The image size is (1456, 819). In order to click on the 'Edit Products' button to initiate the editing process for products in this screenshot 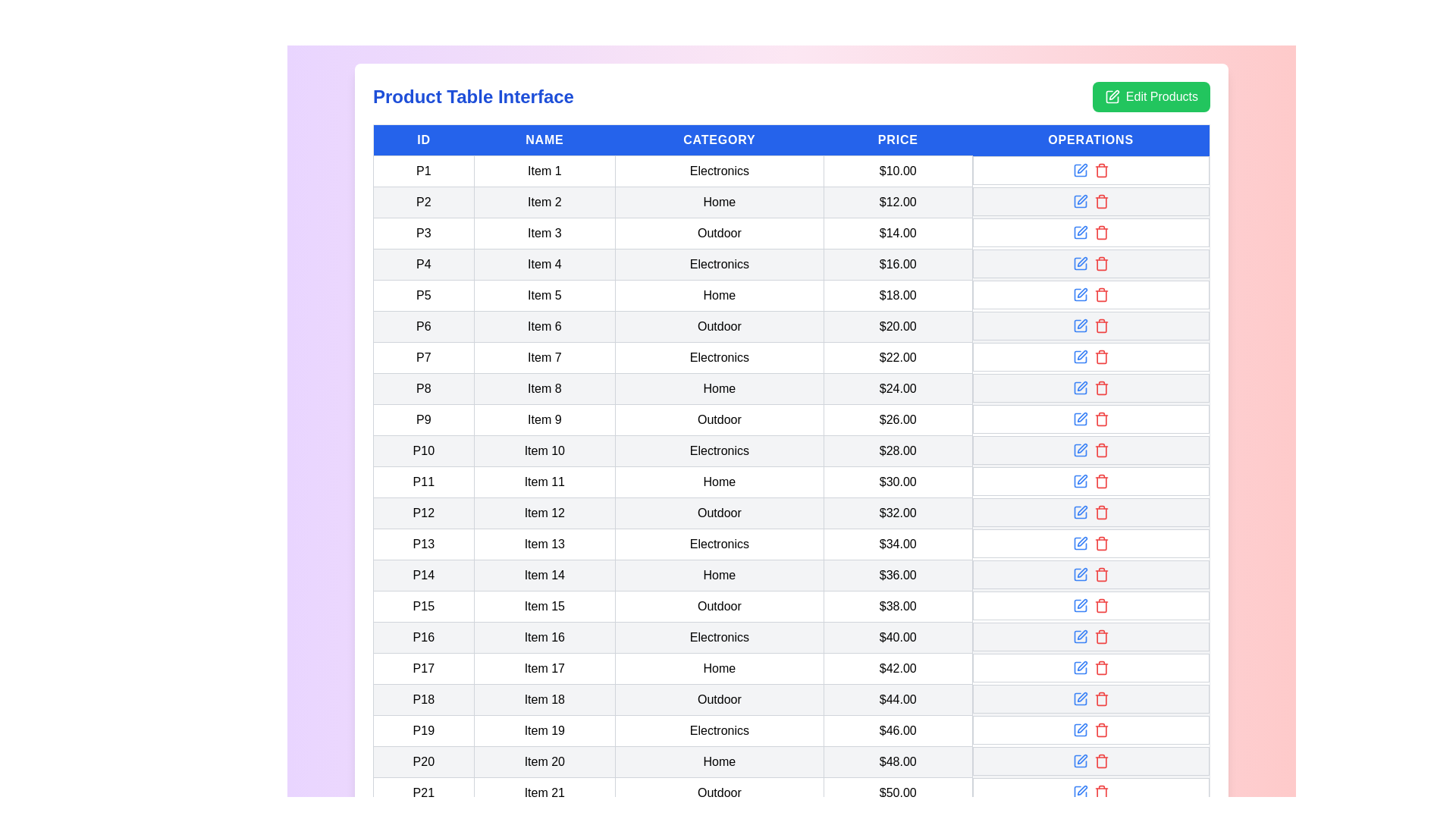, I will do `click(1150, 96)`.